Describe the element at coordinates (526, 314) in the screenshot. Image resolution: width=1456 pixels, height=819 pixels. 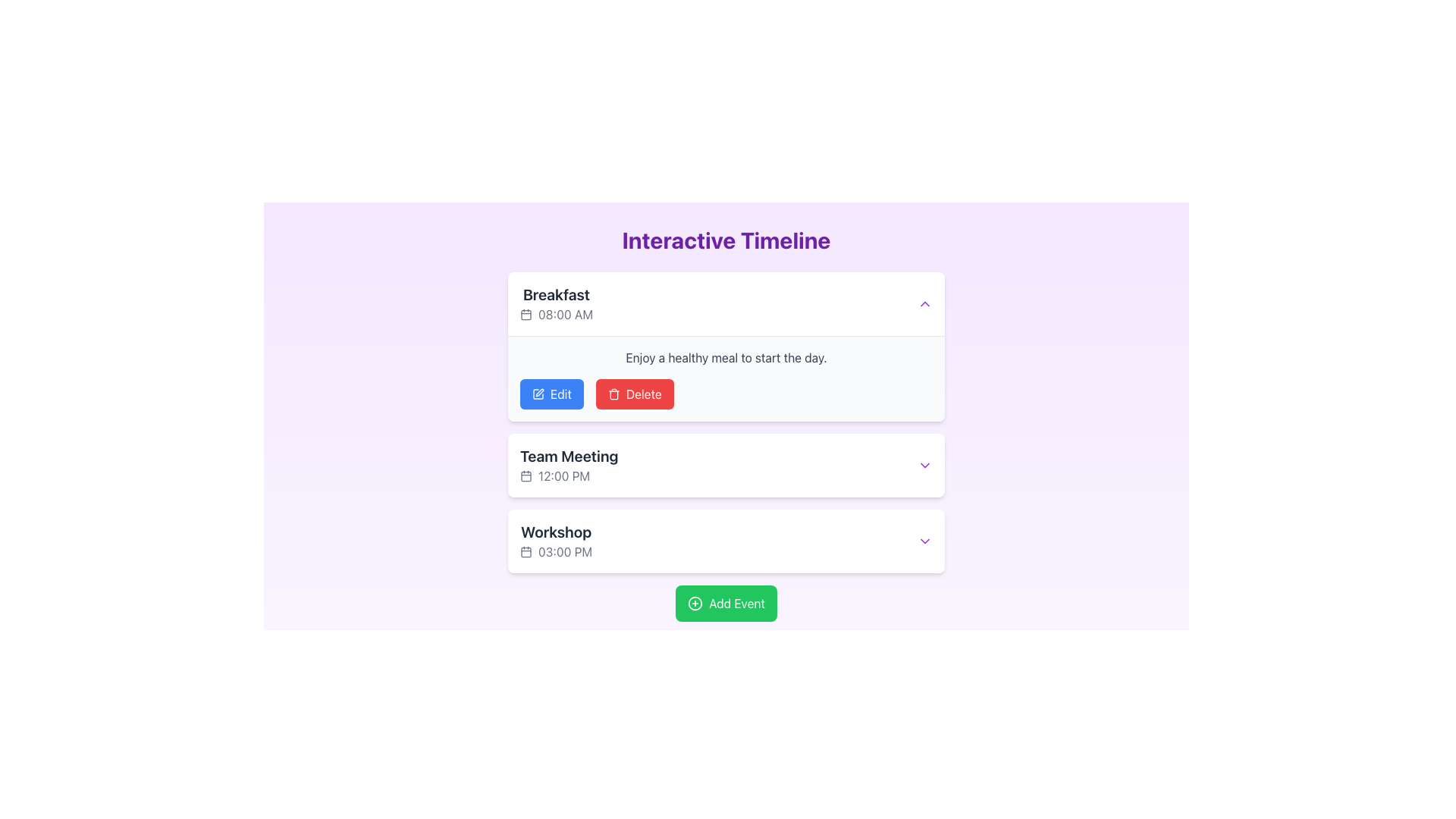
I see `the calendar icon representing the '08:00 AM' event in the 'Breakfast' card at the top of the timeline` at that location.